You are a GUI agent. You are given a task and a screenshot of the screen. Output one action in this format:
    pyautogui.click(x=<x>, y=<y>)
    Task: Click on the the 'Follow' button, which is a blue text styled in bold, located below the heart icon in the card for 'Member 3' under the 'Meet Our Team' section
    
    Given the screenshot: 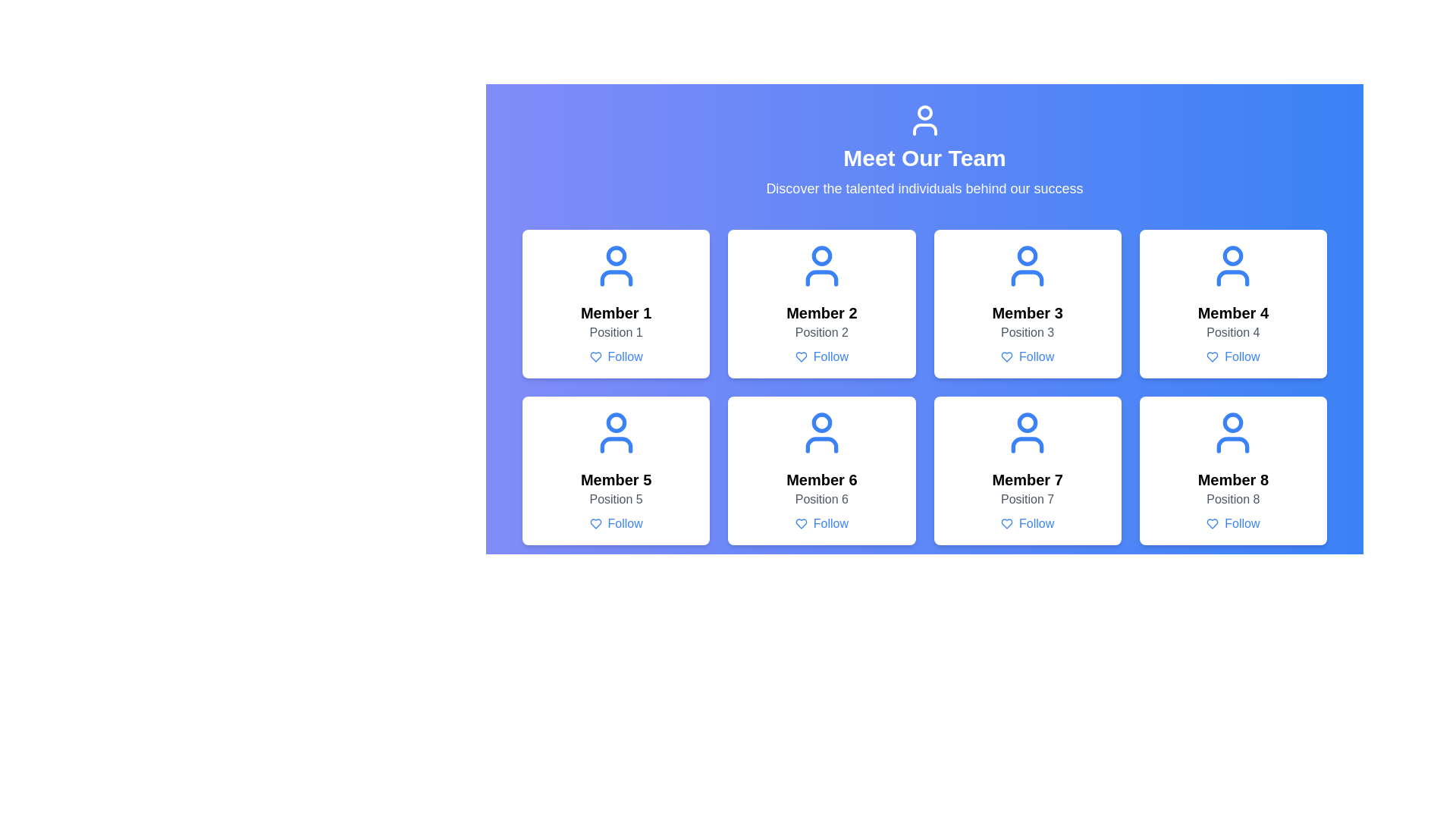 What is the action you would take?
    pyautogui.click(x=1036, y=356)
    